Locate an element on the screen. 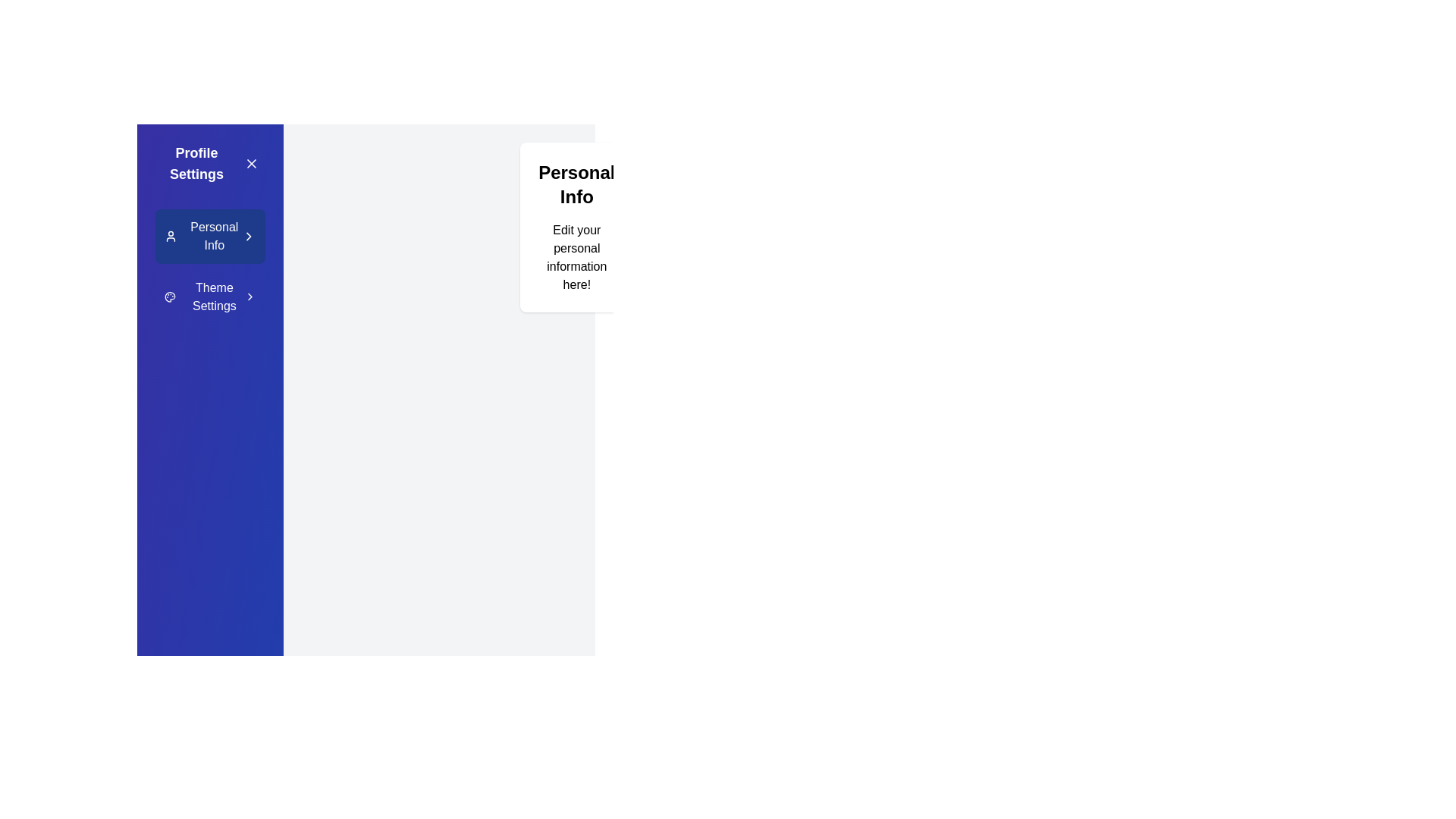  the Theme Settings button located in the left-hand sidebar under 'Profile Settings' is located at coordinates (209, 297).